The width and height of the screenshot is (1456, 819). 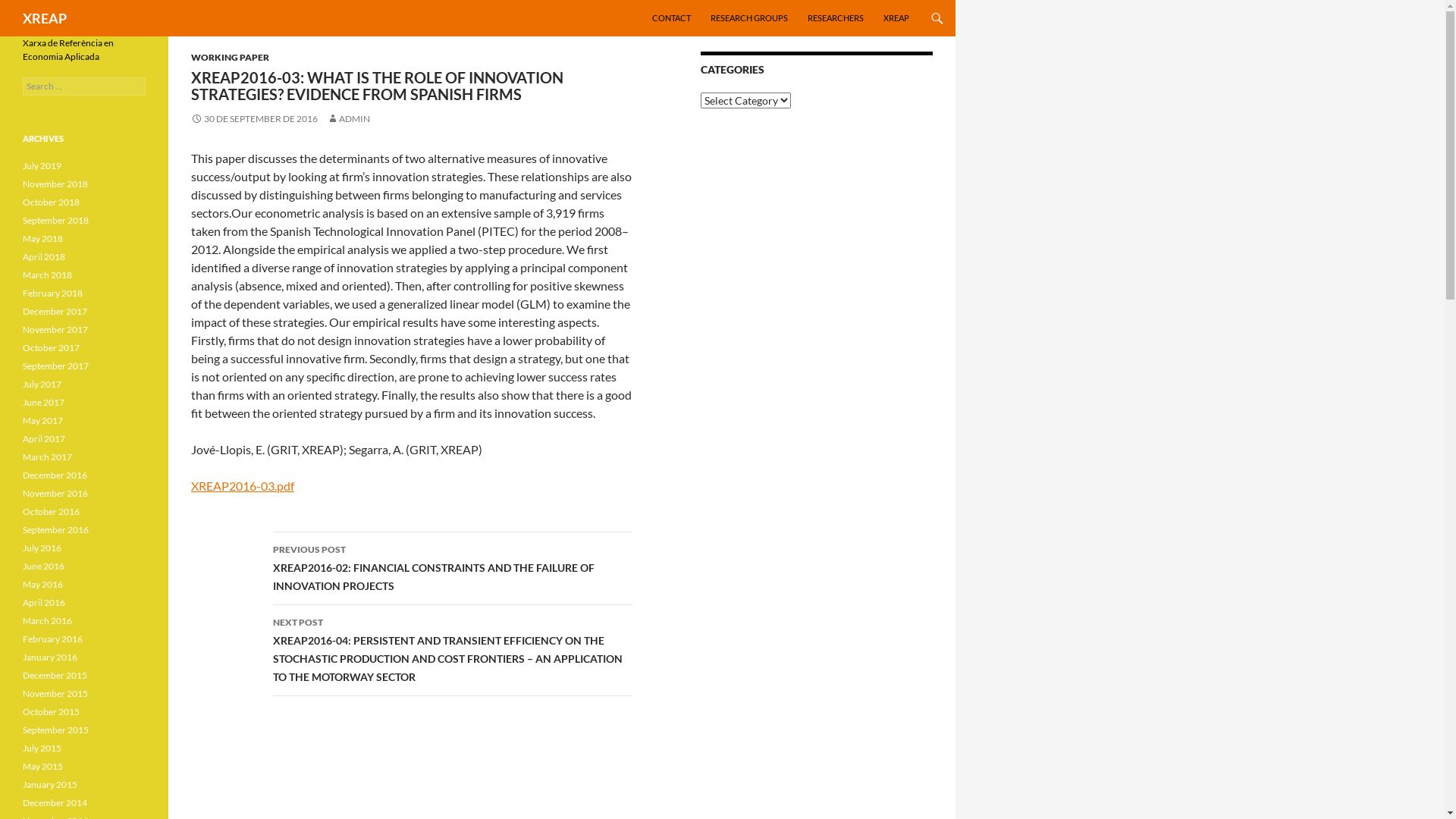 What do you see at coordinates (42, 583) in the screenshot?
I see `'May 2016'` at bounding box center [42, 583].